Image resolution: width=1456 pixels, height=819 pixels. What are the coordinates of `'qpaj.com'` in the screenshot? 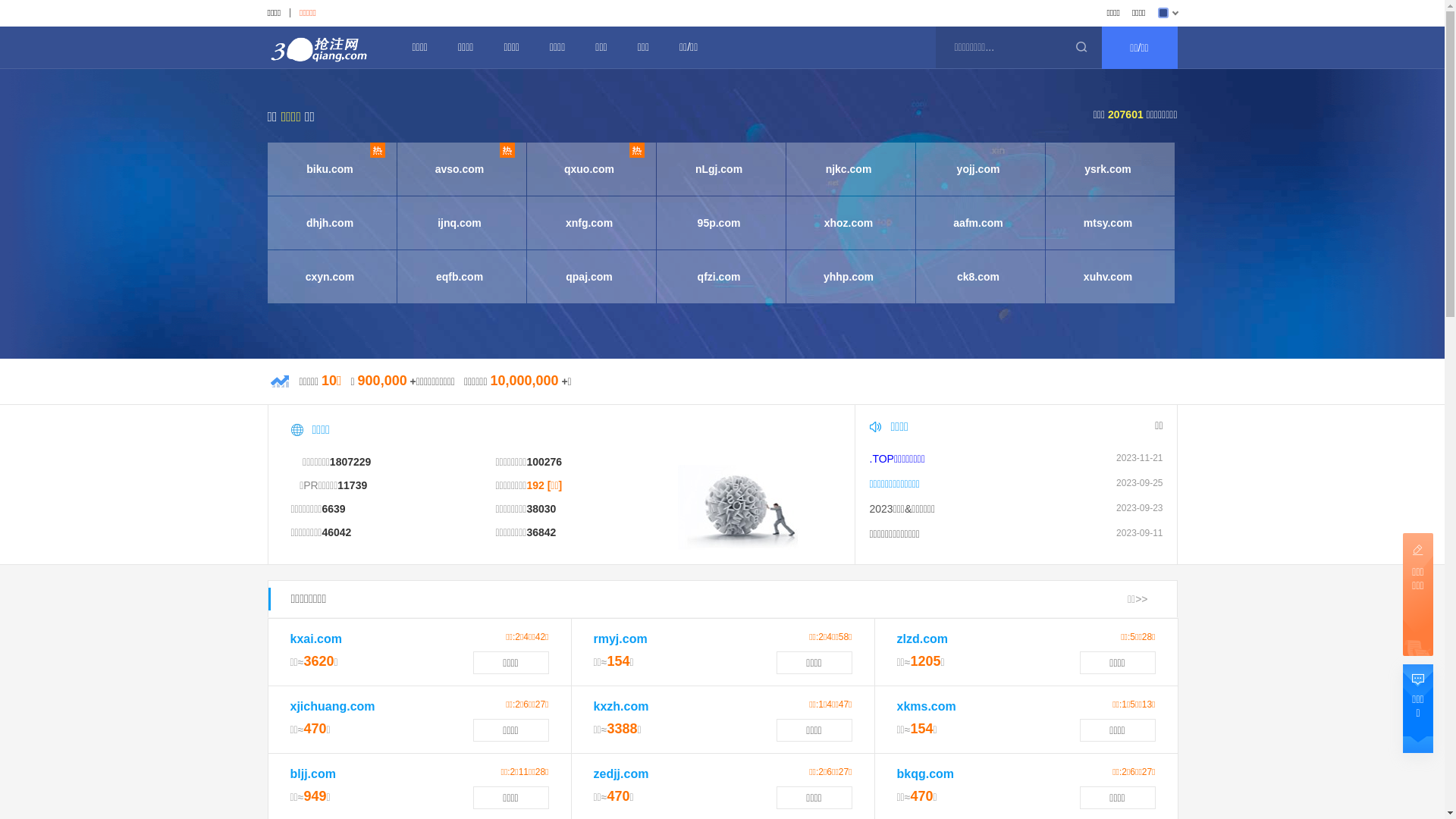 It's located at (588, 277).